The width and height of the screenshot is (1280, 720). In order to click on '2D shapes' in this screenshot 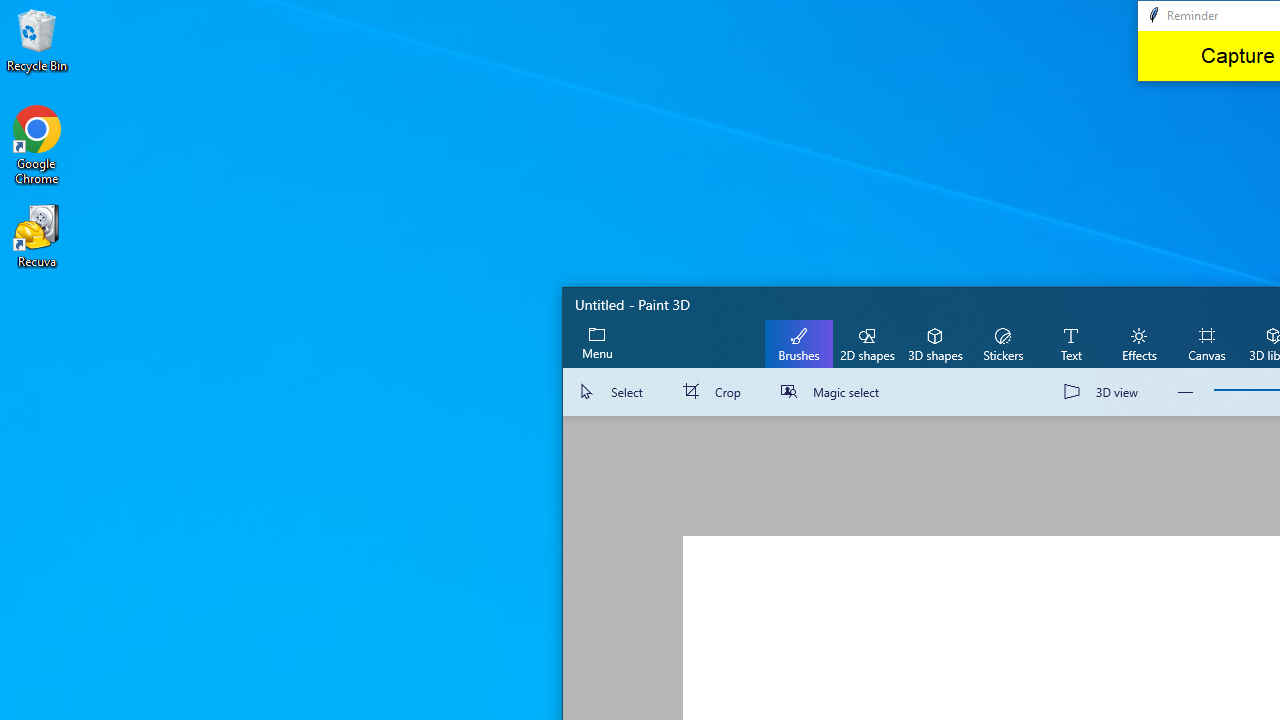, I will do `click(867, 342)`.